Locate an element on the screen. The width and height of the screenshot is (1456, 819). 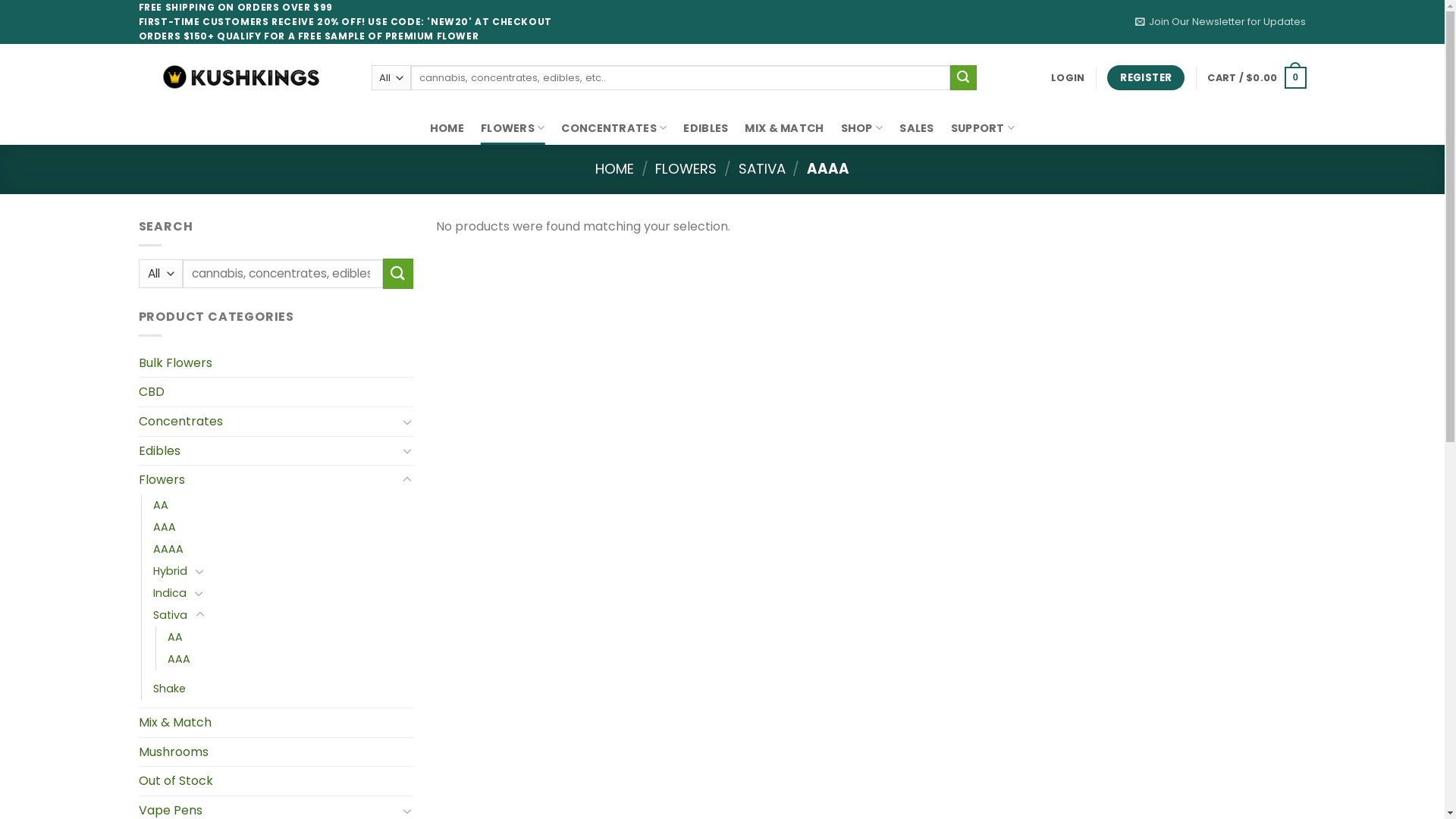
'Shake' is located at coordinates (169, 689).